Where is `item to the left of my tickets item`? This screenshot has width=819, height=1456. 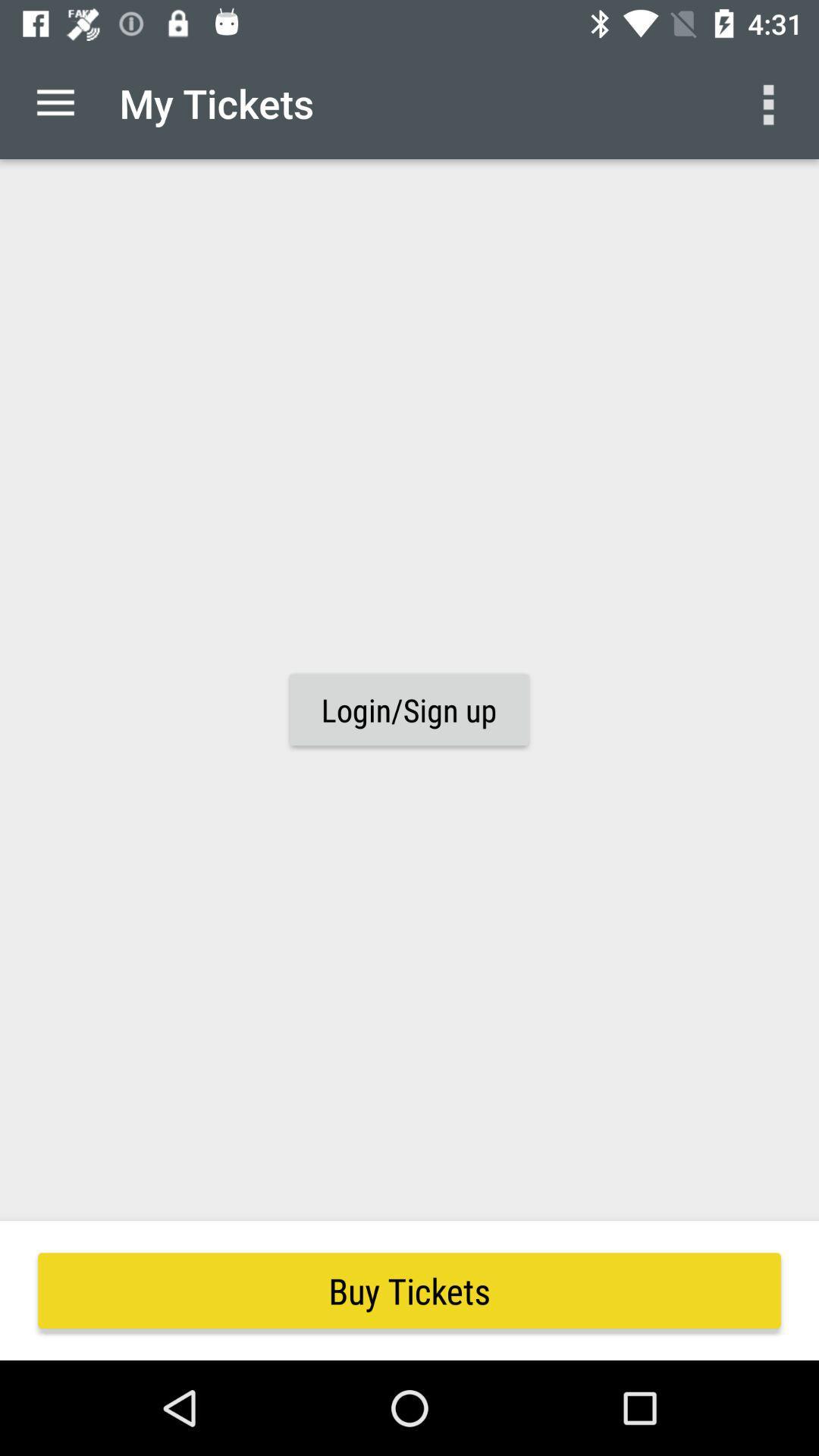
item to the left of my tickets item is located at coordinates (55, 102).